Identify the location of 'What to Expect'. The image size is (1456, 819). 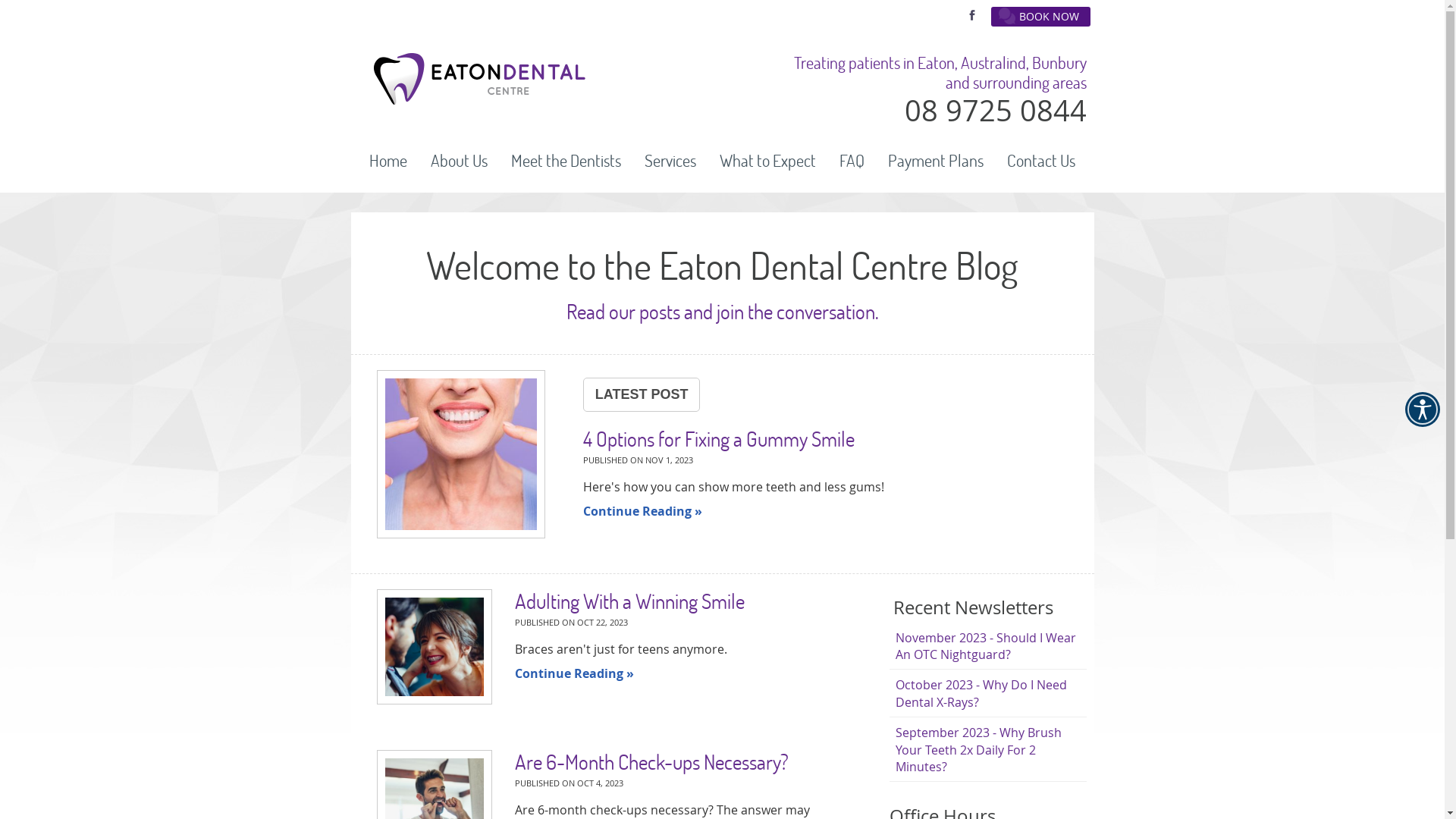
(767, 161).